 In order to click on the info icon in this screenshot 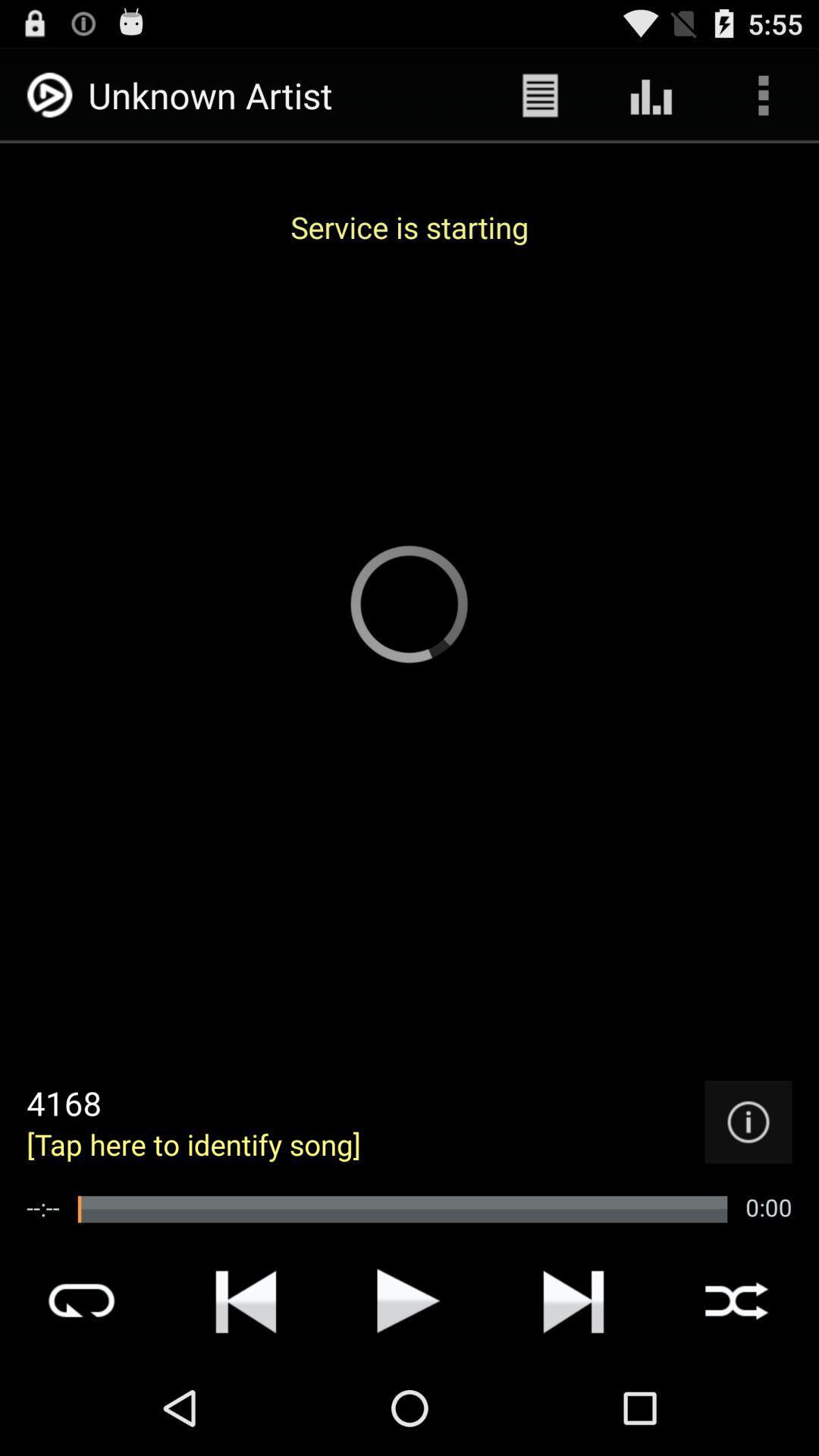, I will do `click(748, 1200)`.